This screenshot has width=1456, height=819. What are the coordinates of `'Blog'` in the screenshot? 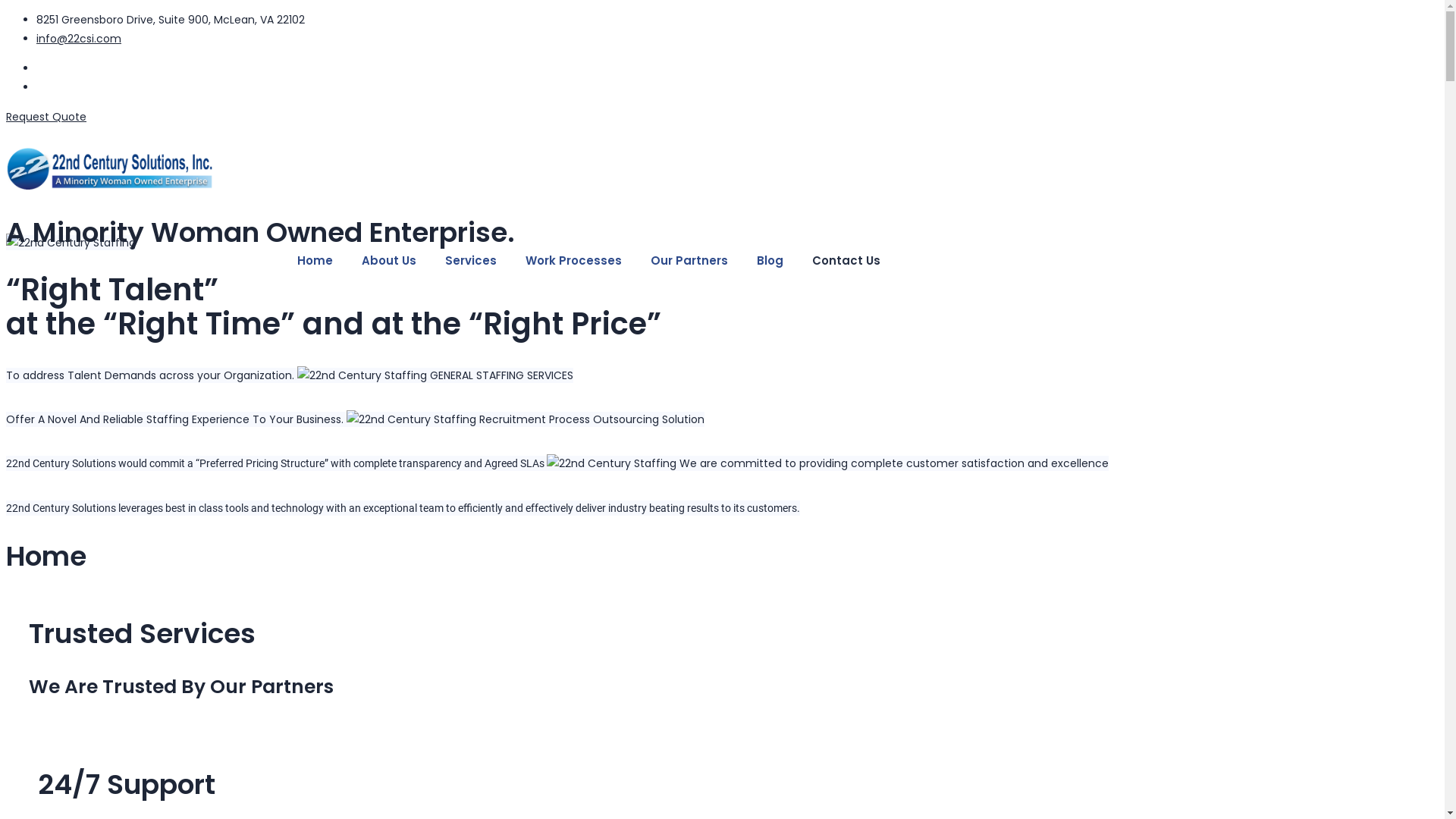 It's located at (770, 259).